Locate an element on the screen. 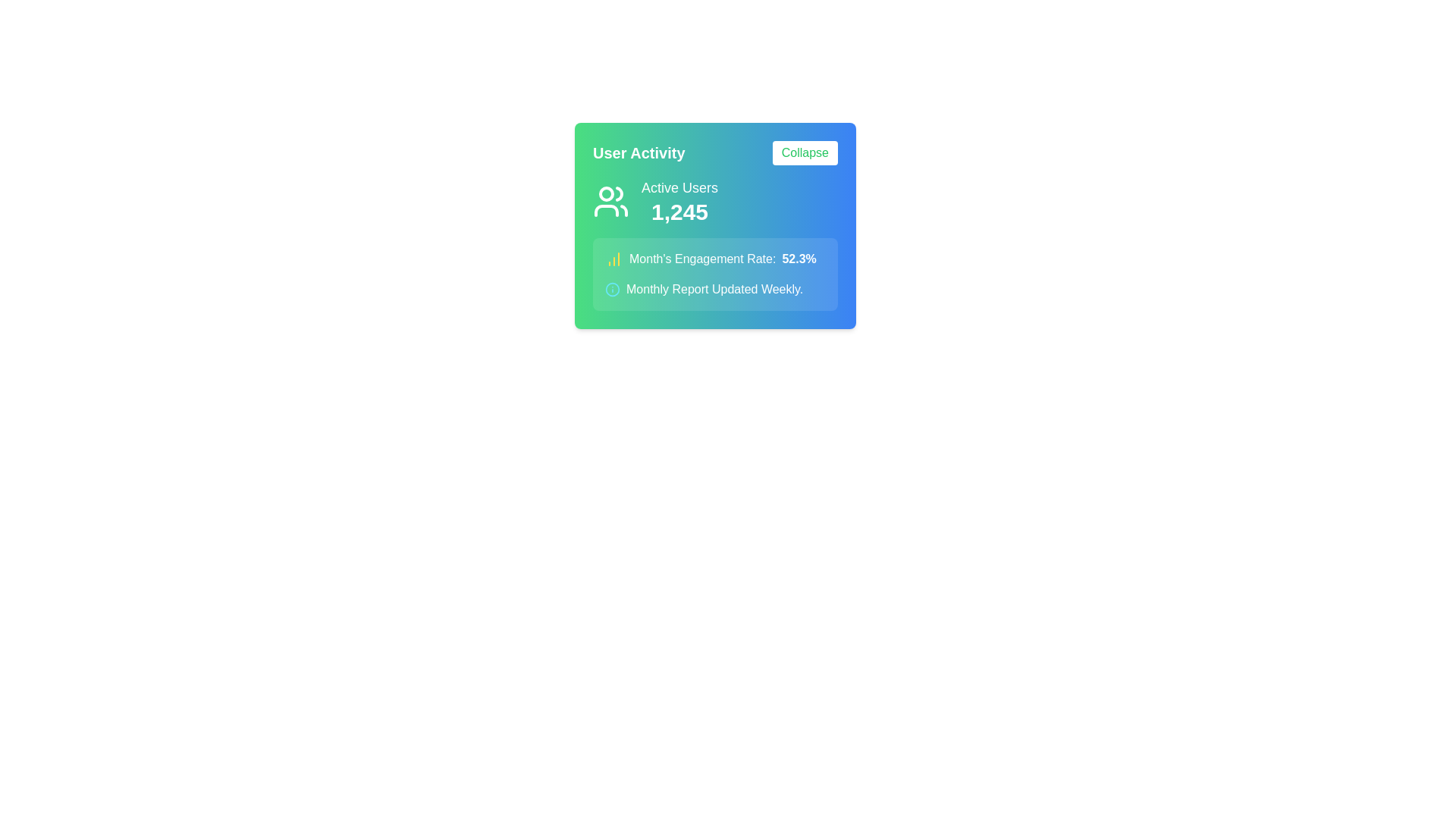 The width and height of the screenshot is (1456, 819). the Text label that indicates the number of active users, located in the 'User Activity' section, positioned above the numerical value '1,245' is located at coordinates (679, 187).